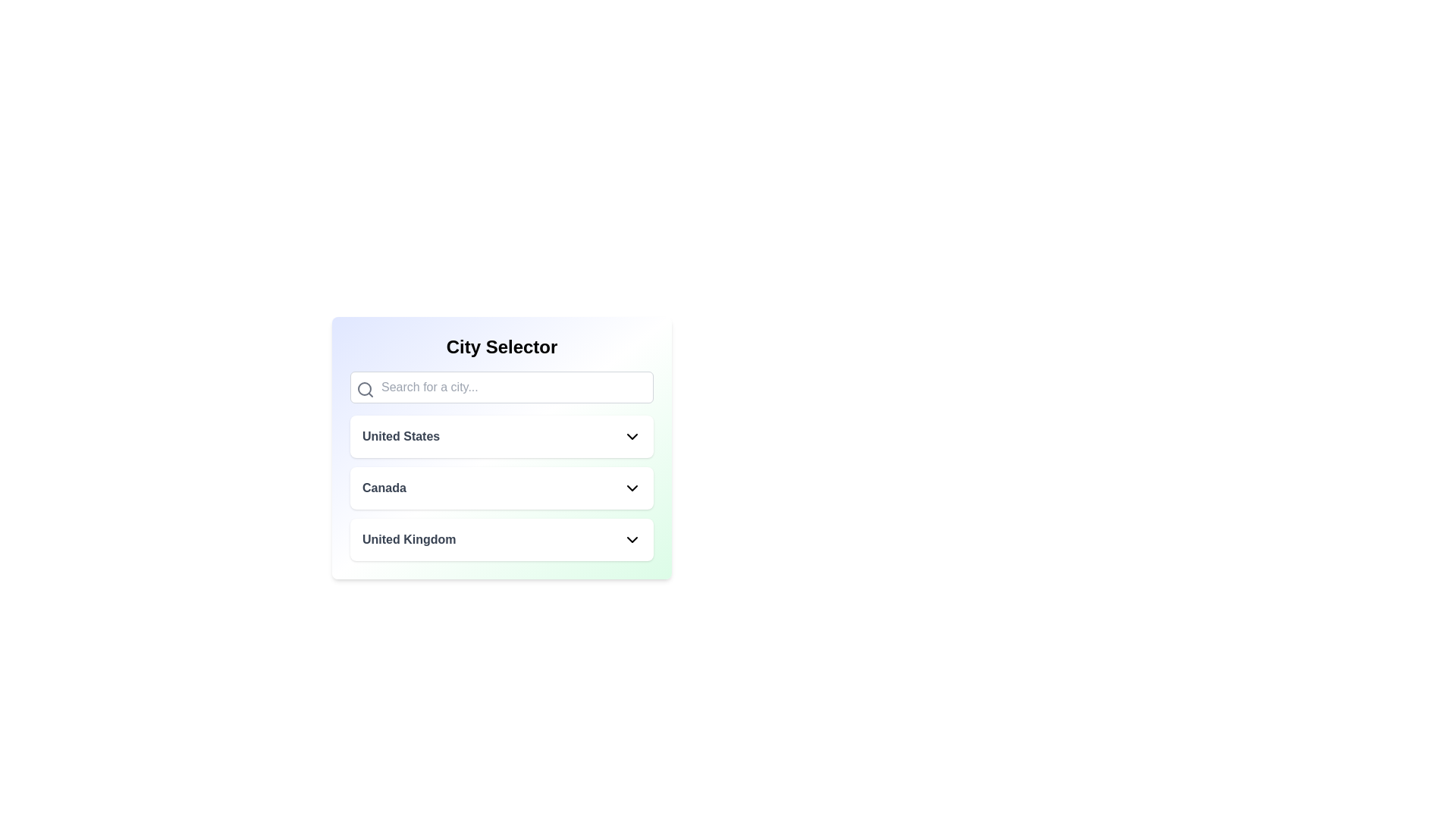 The image size is (1456, 819). Describe the element at coordinates (632, 539) in the screenshot. I see `the downward-pointing chevron icon of the 'United Kingdom' dropdown list item` at that location.